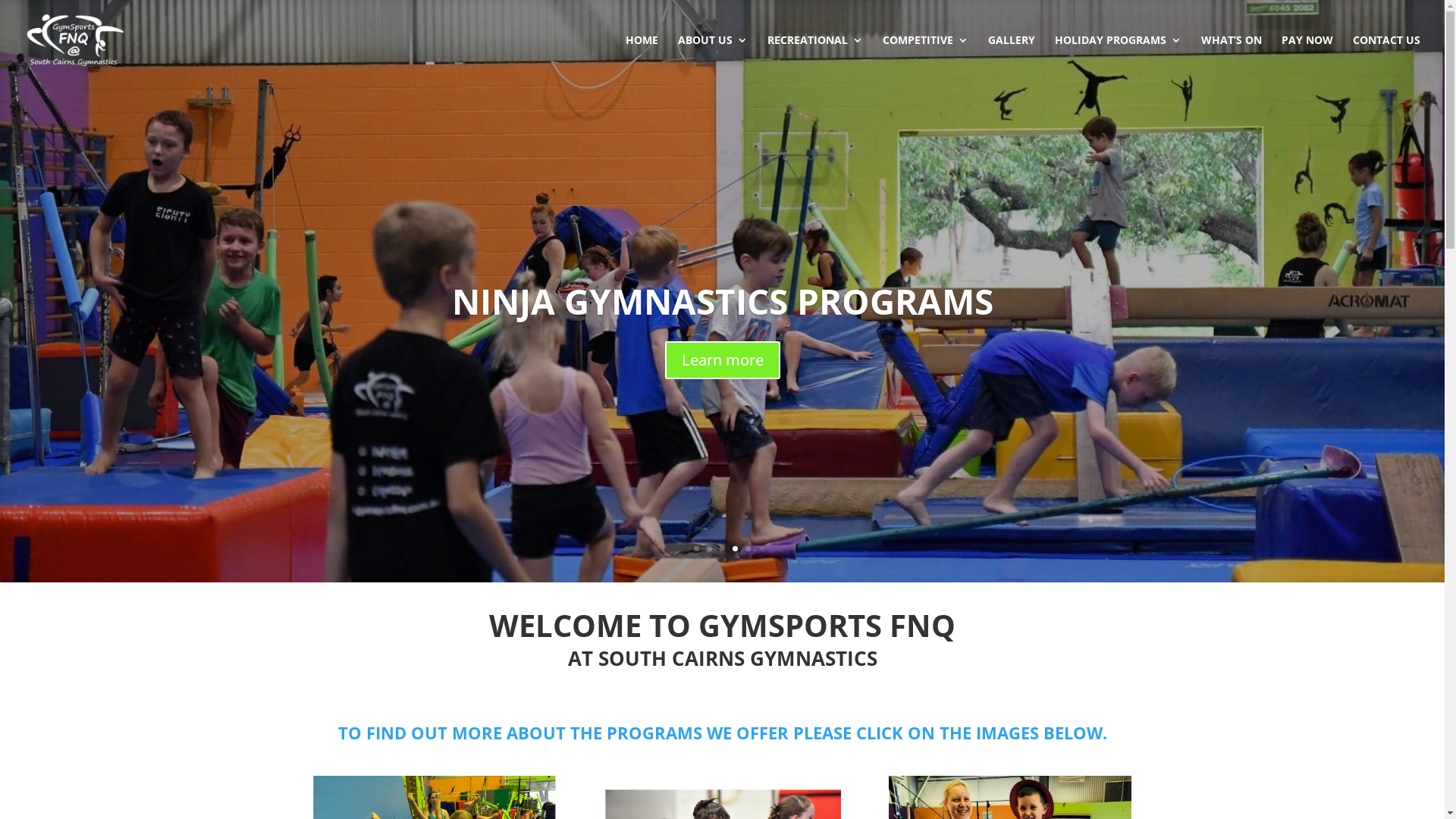  Describe the element at coordinates (748, 548) in the screenshot. I see `'5'` at that location.